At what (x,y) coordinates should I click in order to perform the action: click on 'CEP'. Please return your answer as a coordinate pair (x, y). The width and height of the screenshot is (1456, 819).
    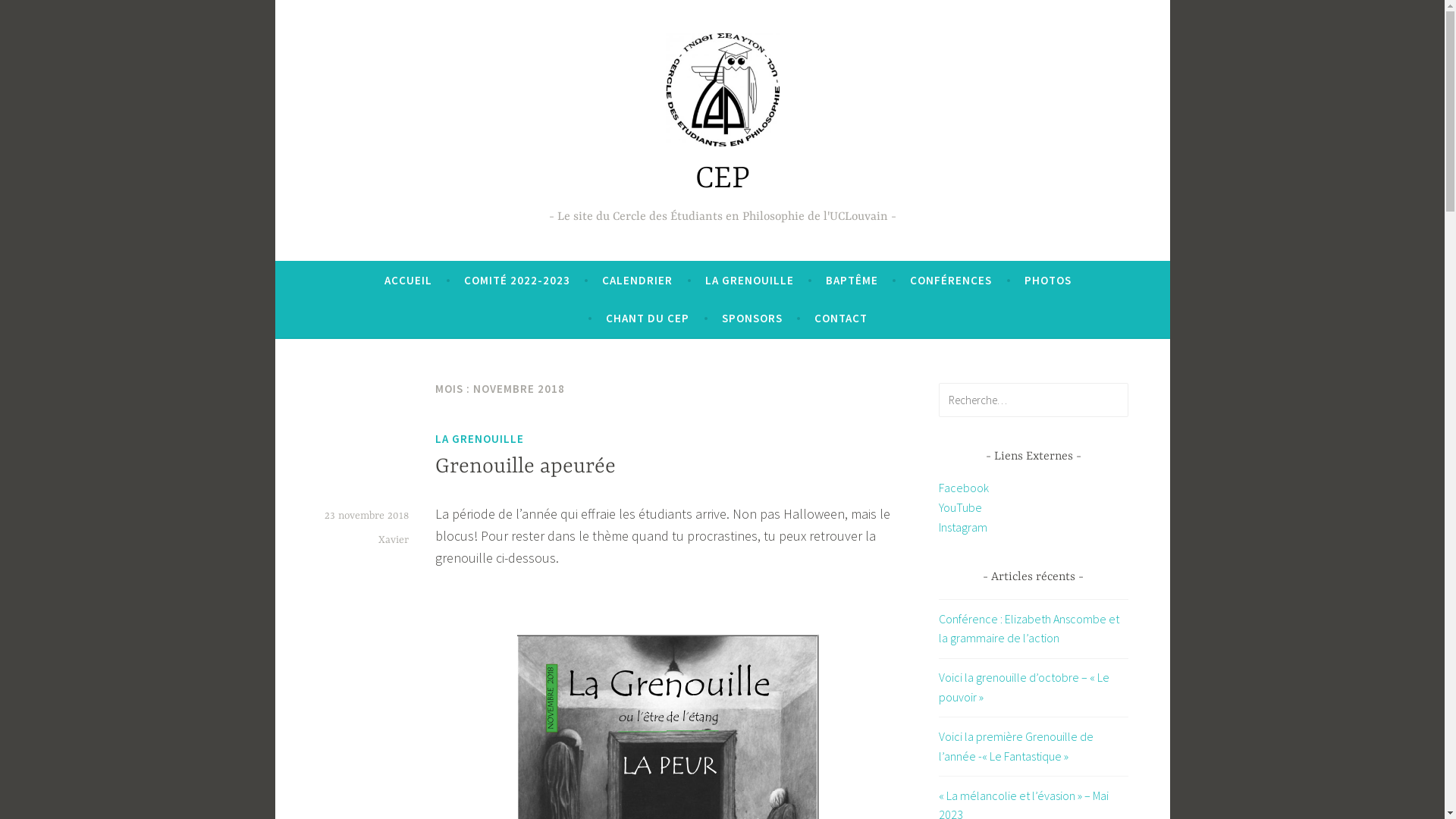
    Looking at the image, I should click on (720, 178).